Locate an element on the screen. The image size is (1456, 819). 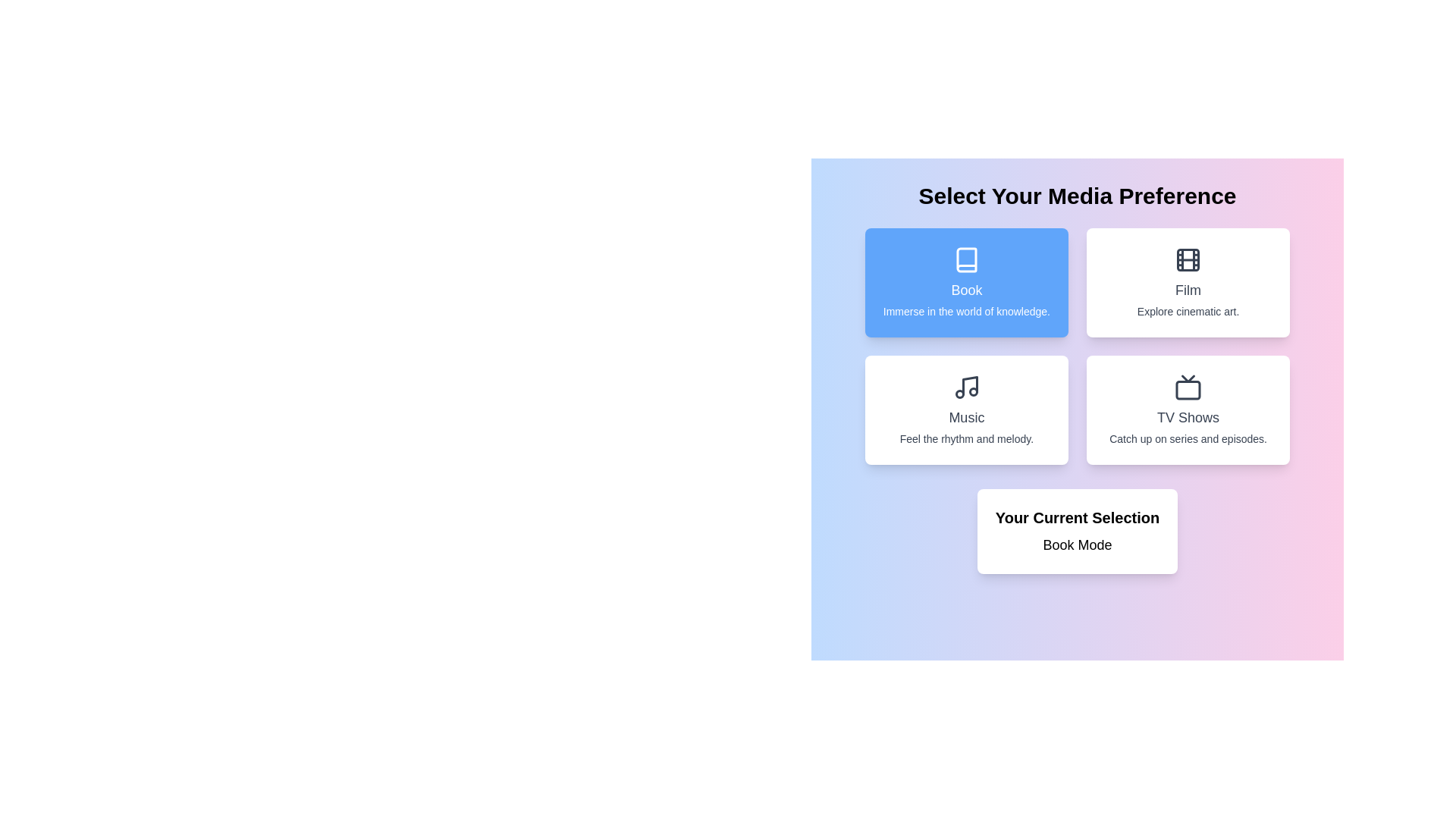
the media preference Film by clicking on its corresponding button is located at coordinates (1188, 283).